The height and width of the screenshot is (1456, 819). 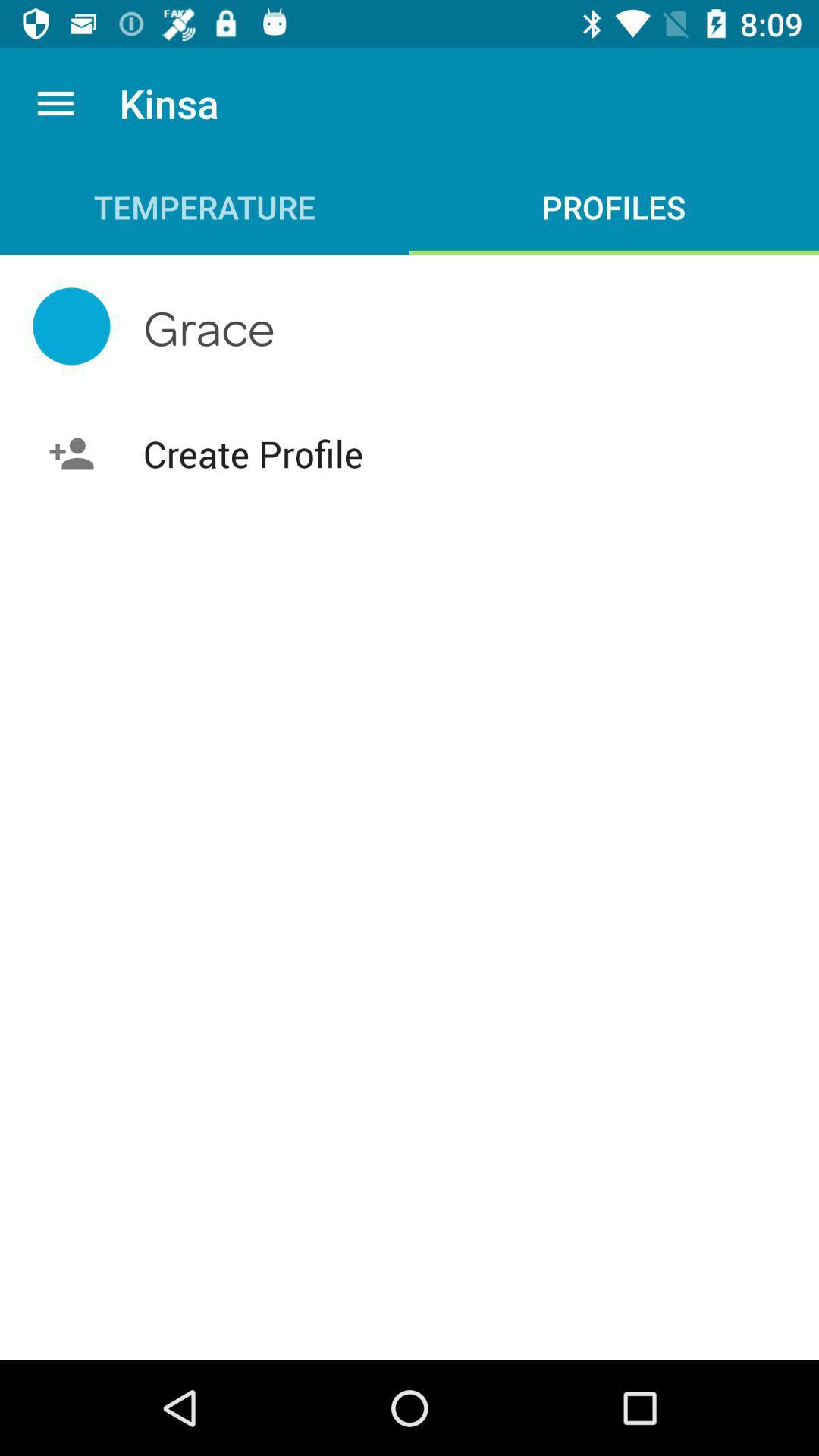 What do you see at coordinates (55, 102) in the screenshot?
I see `the app to the left of the kinsa app` at bounding box center [55, 102].